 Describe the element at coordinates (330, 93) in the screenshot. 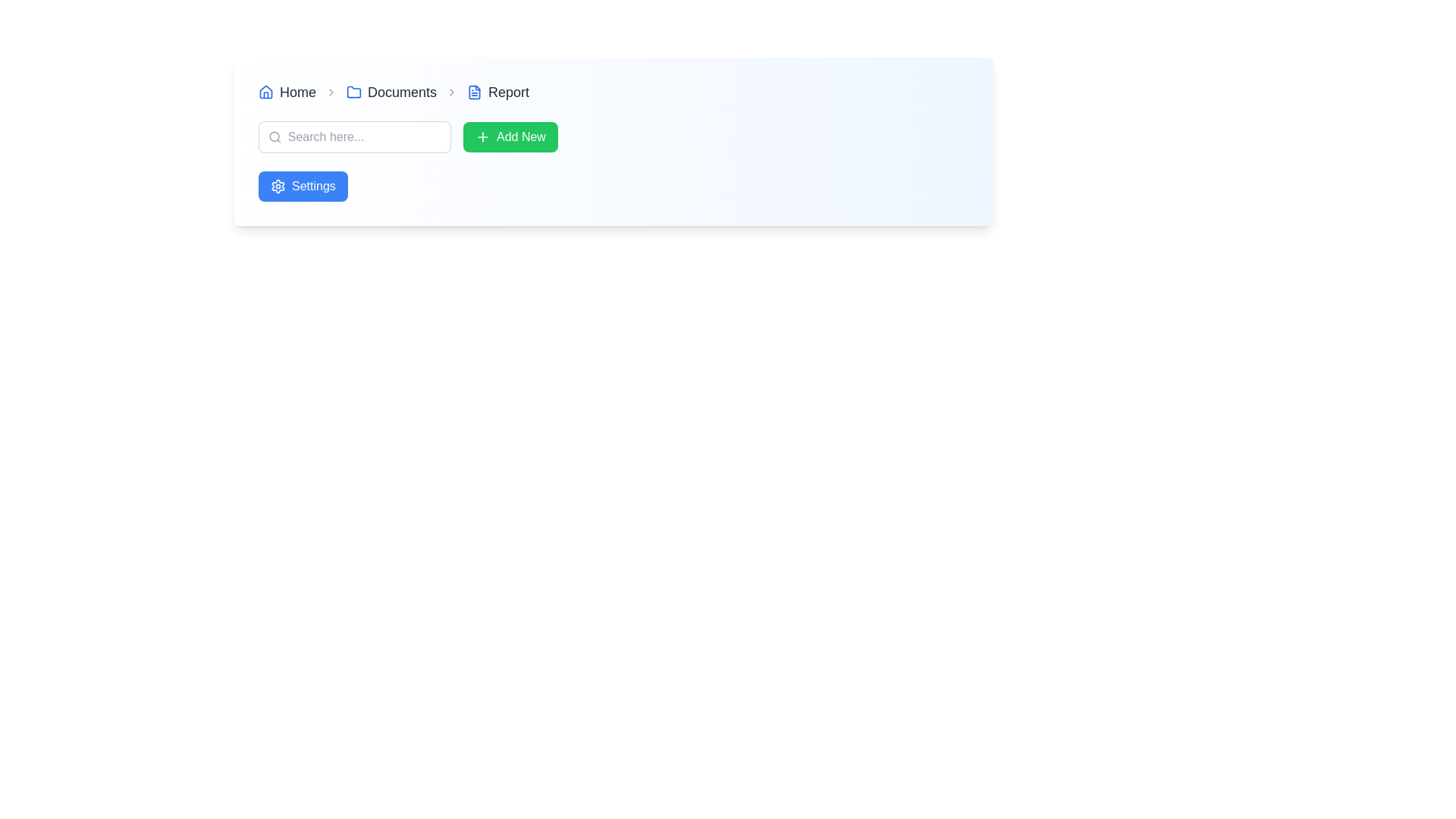

I see `the first chevron icon in the breadcrumb navigation, located to the right of the 'Home' text and icon, which indicates navigation between sections` at that location.